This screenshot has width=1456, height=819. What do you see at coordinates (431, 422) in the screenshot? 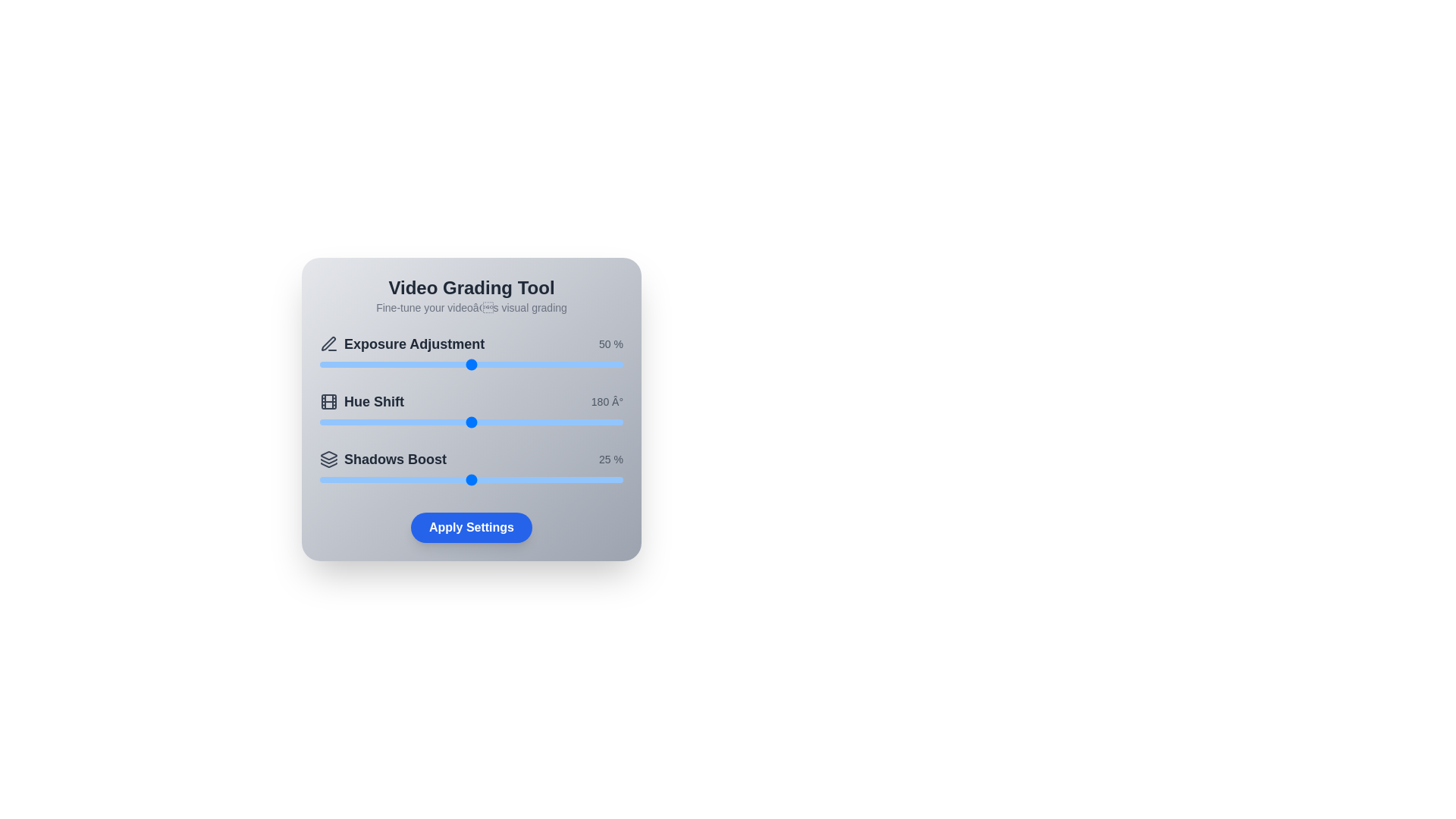
I see `the hue shift` at bounding box center [431, 422].